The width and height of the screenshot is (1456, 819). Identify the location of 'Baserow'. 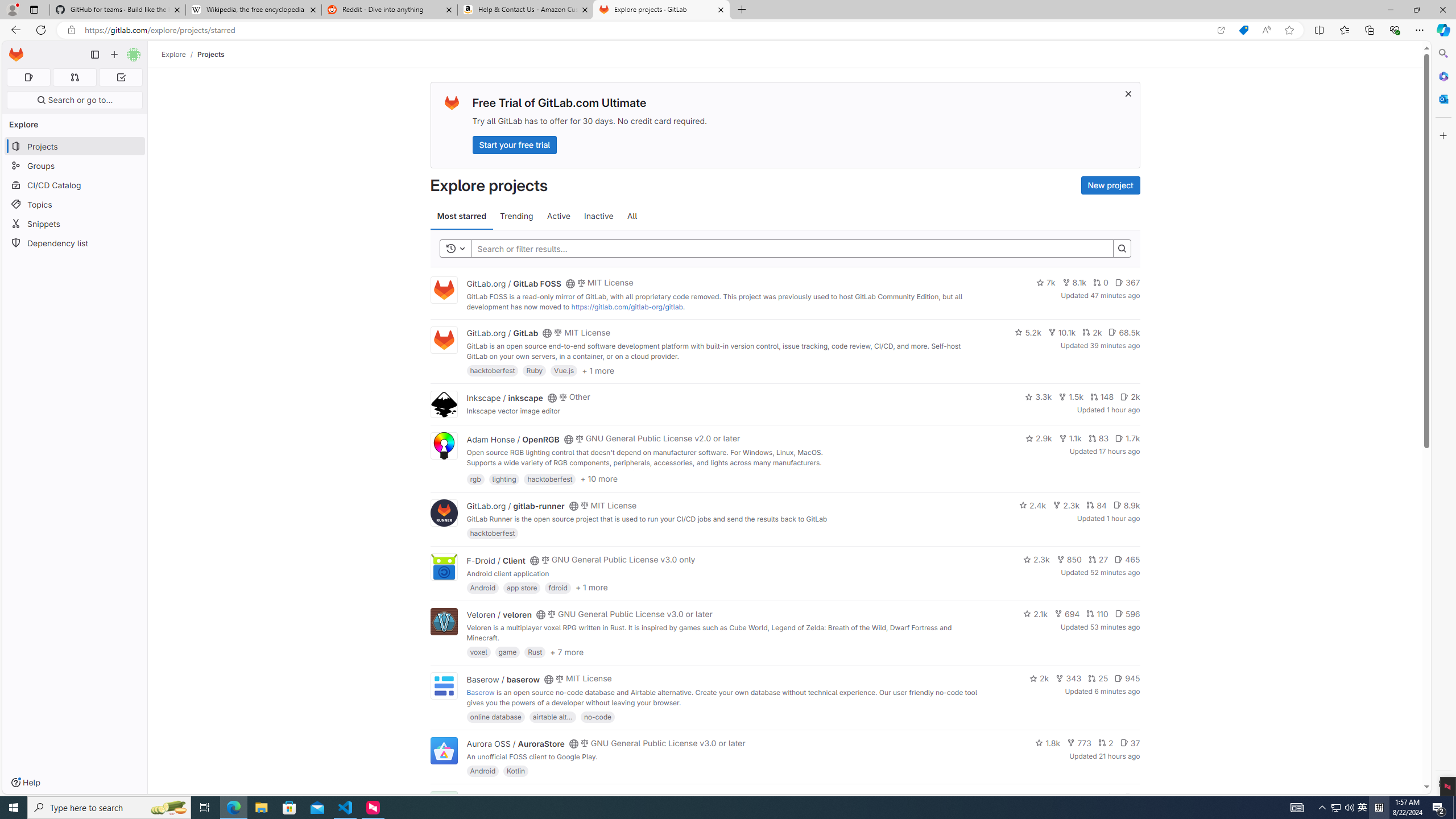
(479, 692).